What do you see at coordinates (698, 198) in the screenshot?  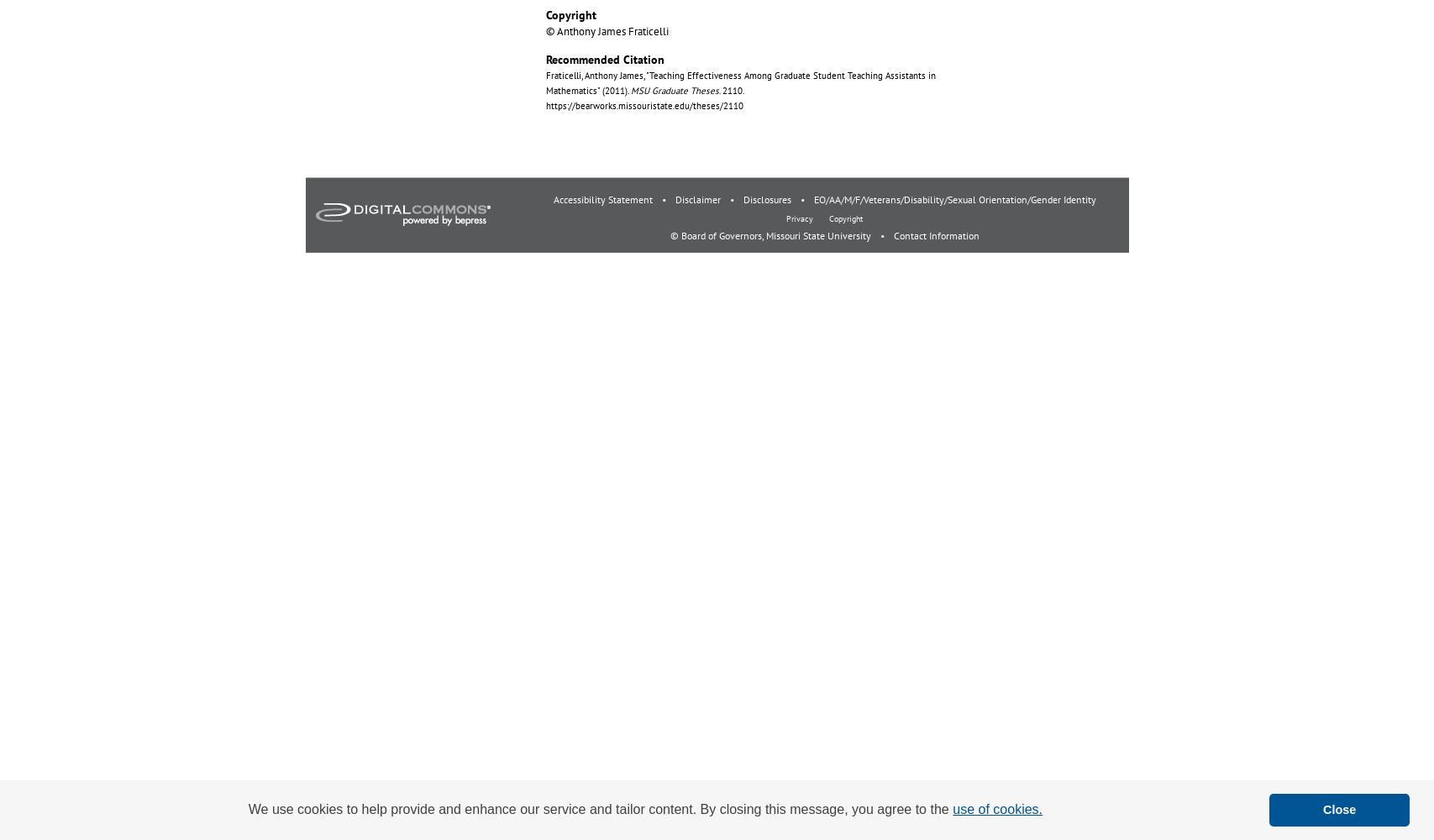 I see `'Disclaimer'` at bounding box center [698, 198].